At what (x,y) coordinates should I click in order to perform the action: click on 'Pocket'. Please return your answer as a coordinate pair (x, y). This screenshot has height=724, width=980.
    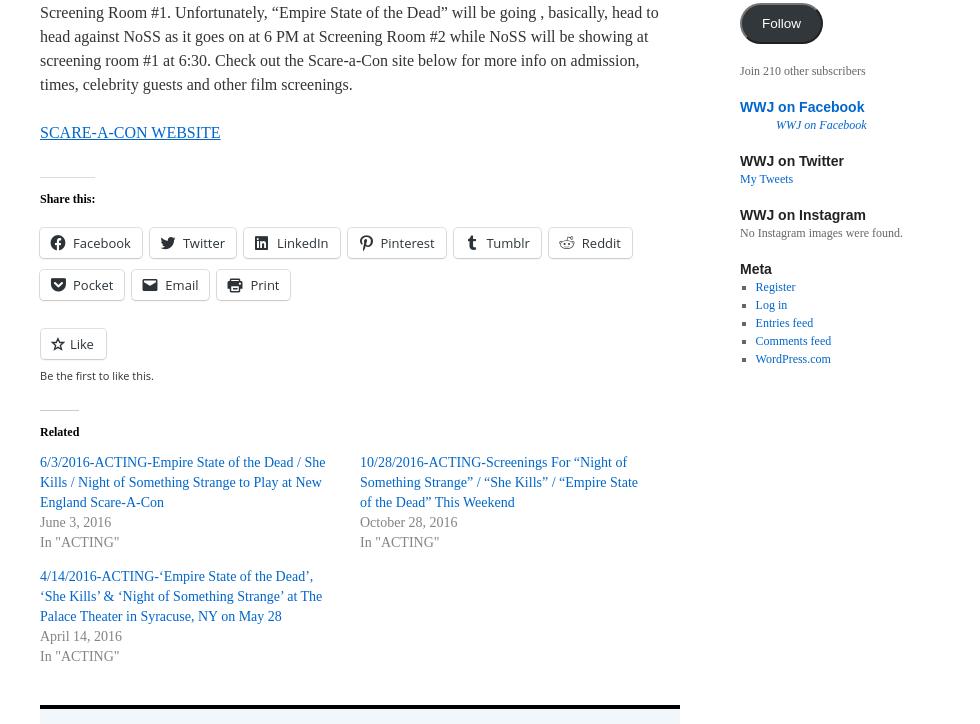
    Looking at the image, I should click on (93, 283).